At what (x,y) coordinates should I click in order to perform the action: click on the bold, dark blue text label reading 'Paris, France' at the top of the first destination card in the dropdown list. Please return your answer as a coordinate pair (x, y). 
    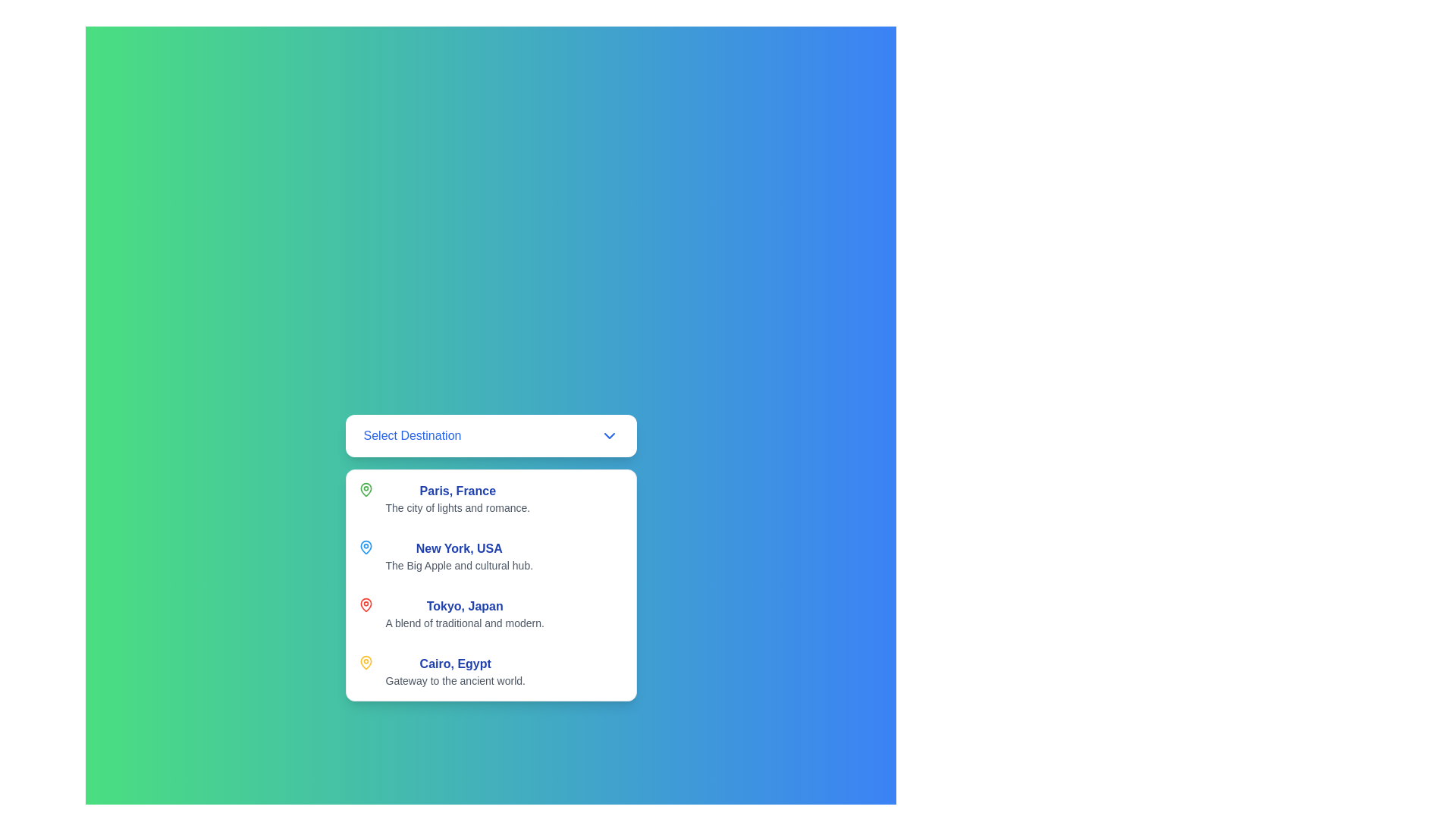
    Looking at the image, I should click on (457, 491).